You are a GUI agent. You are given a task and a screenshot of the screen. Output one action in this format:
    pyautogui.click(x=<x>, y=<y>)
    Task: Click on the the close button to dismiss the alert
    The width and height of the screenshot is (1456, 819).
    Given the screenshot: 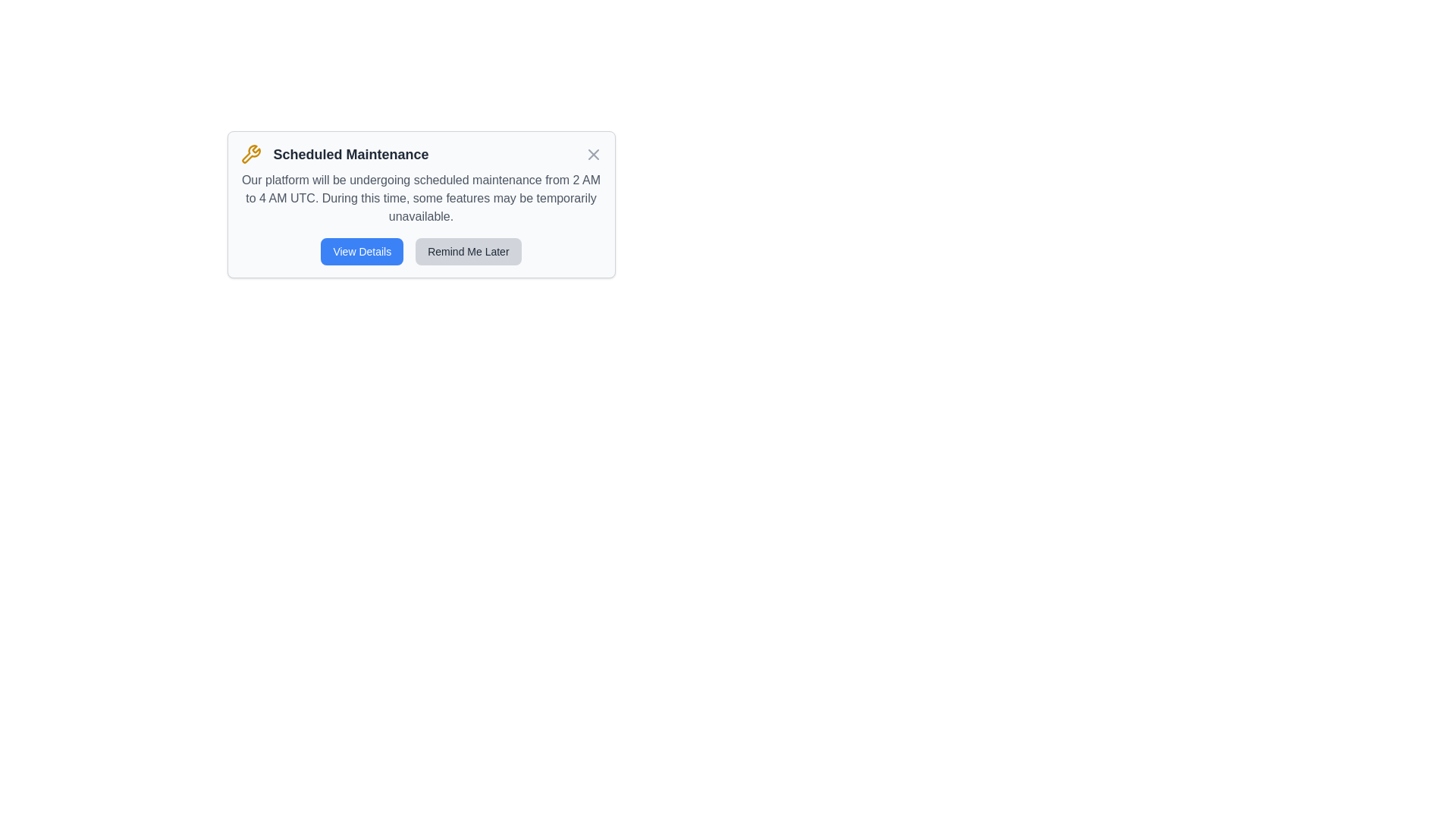 What is the action you would take?
    pyautogui.click(x=592, y=155)
    